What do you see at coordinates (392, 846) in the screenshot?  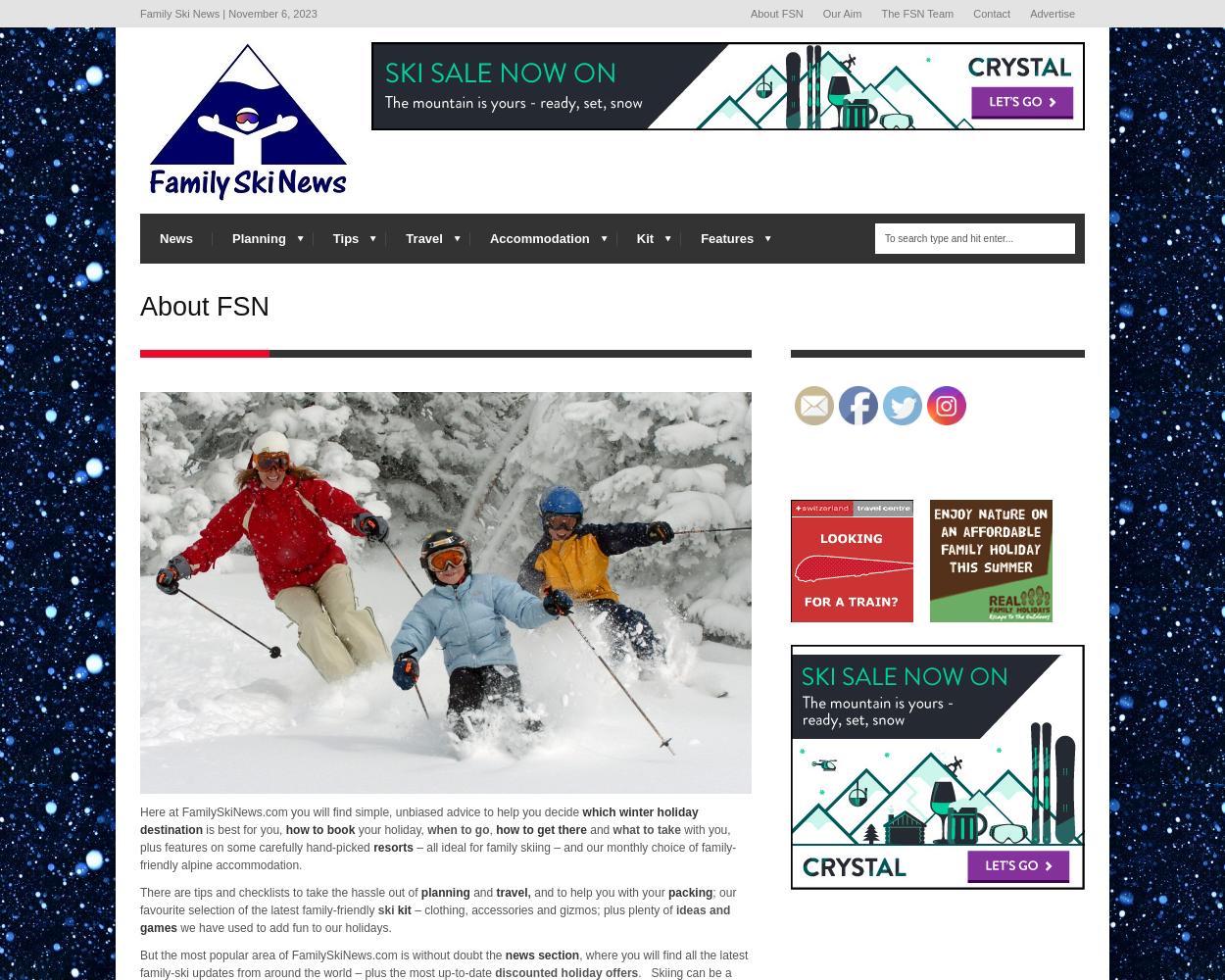 I see `'resorts'` at bounding box center [392, 846].